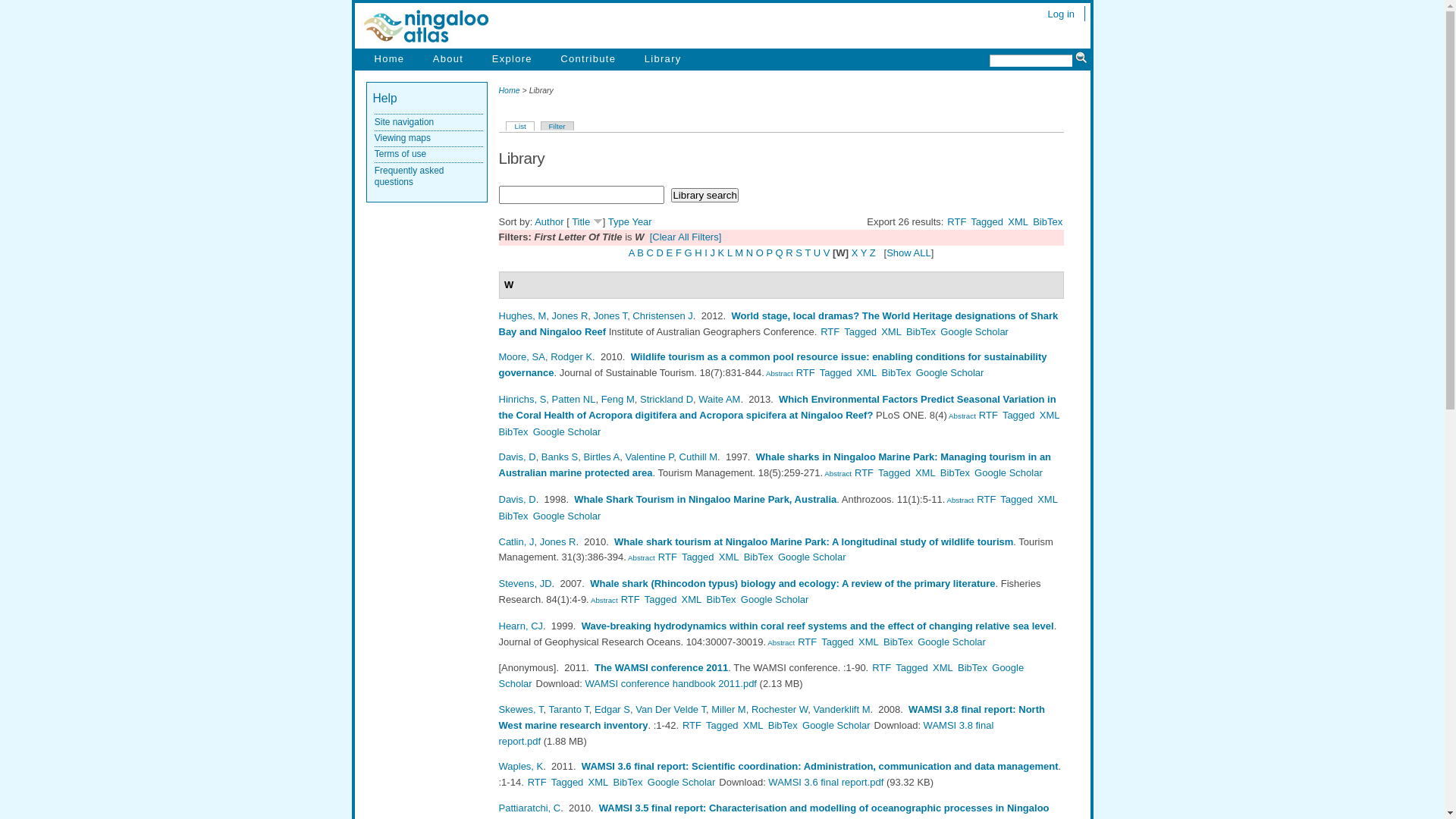 Image resolution: width=1456 pixels, height=819 pixels. Describe the element at coordinates (573, 398) in the screenshot. I see `'Patten NL'` at that location.